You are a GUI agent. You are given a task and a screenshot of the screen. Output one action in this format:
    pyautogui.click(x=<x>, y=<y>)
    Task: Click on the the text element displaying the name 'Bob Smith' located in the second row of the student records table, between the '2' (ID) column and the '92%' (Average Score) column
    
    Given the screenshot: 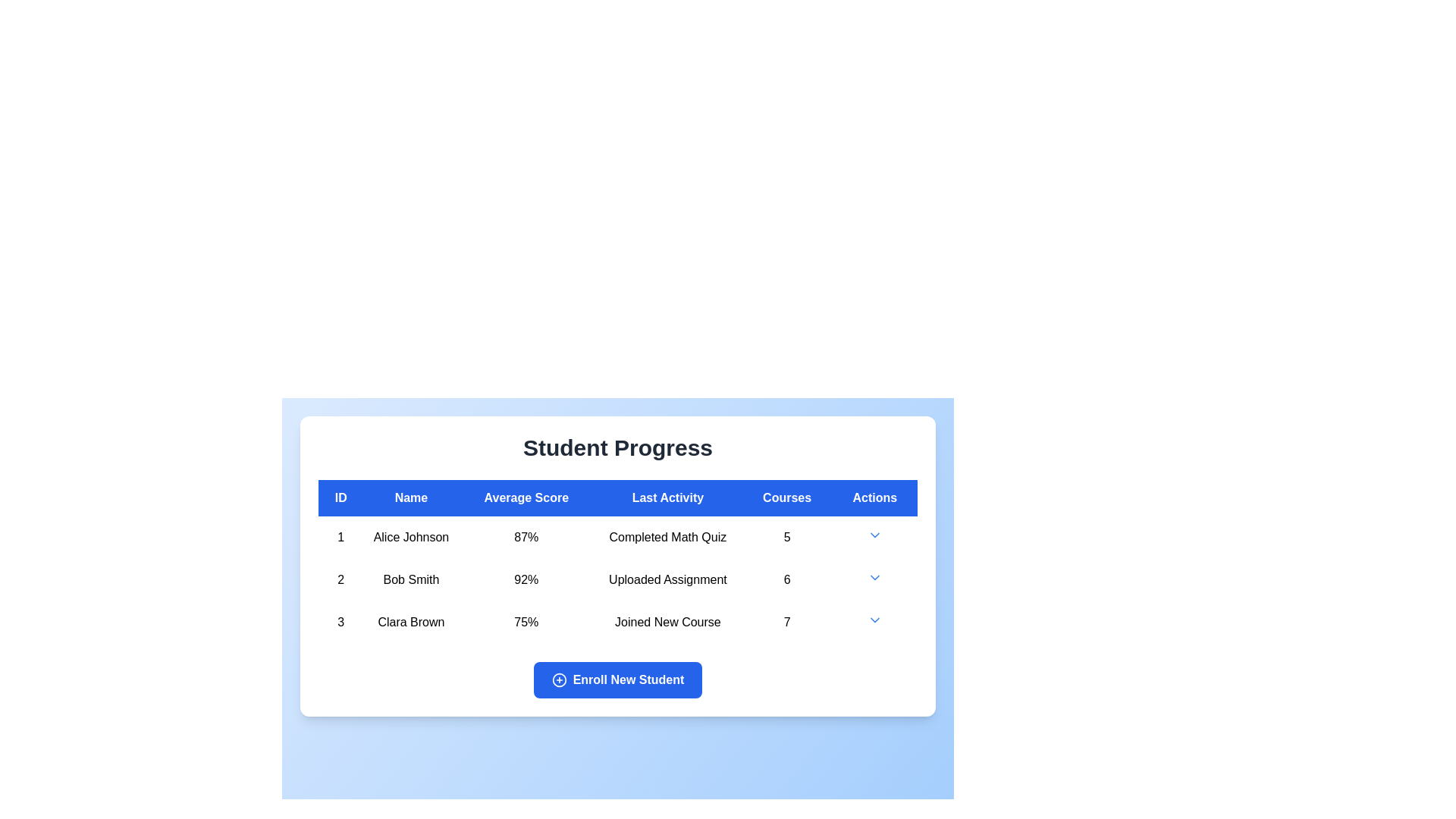 What is the action you would take?
    pyautogui.click(x=411, y=579)
    